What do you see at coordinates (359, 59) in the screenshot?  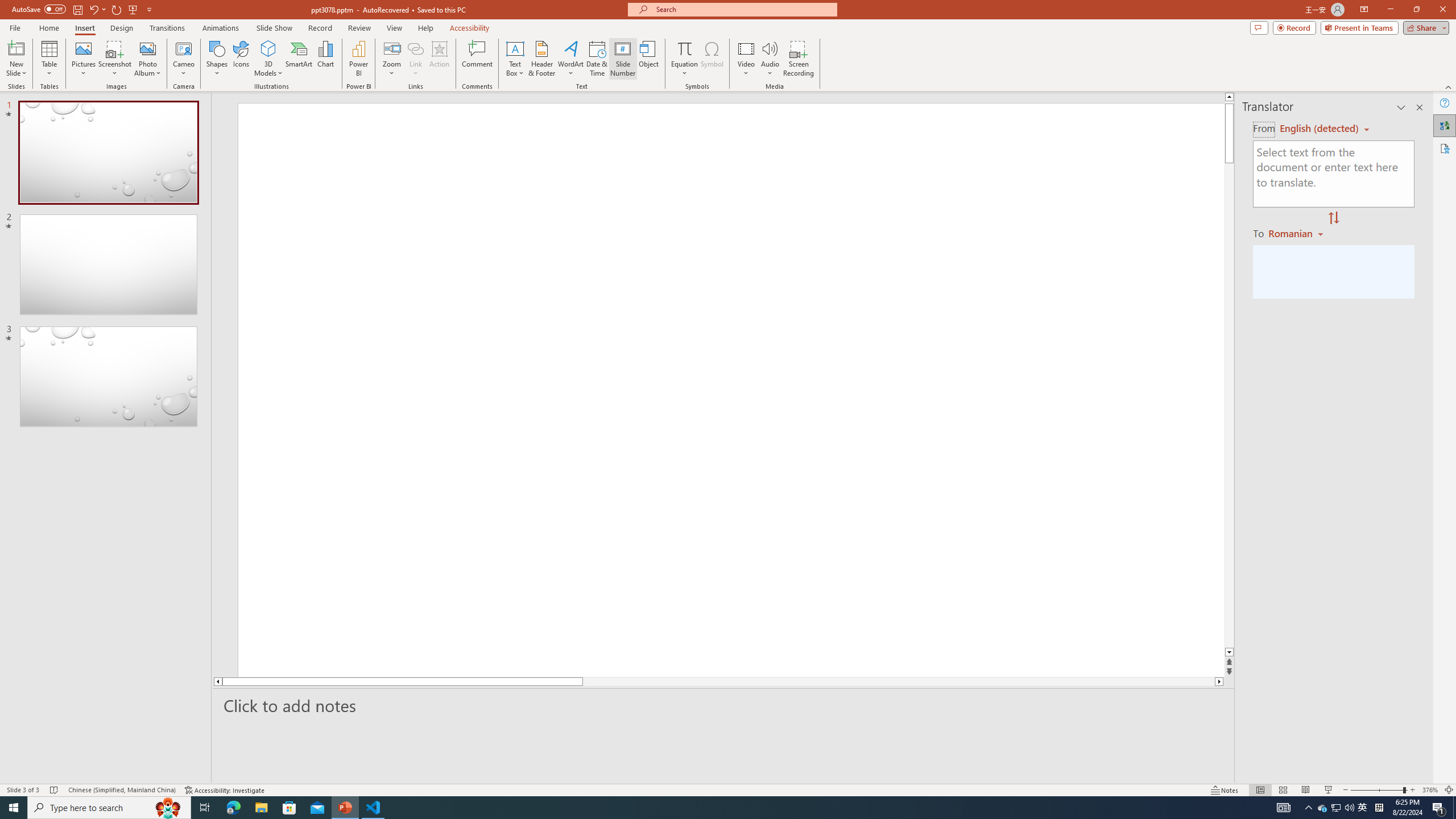 I see `'Power BI'` at bounding box center [359, 59].